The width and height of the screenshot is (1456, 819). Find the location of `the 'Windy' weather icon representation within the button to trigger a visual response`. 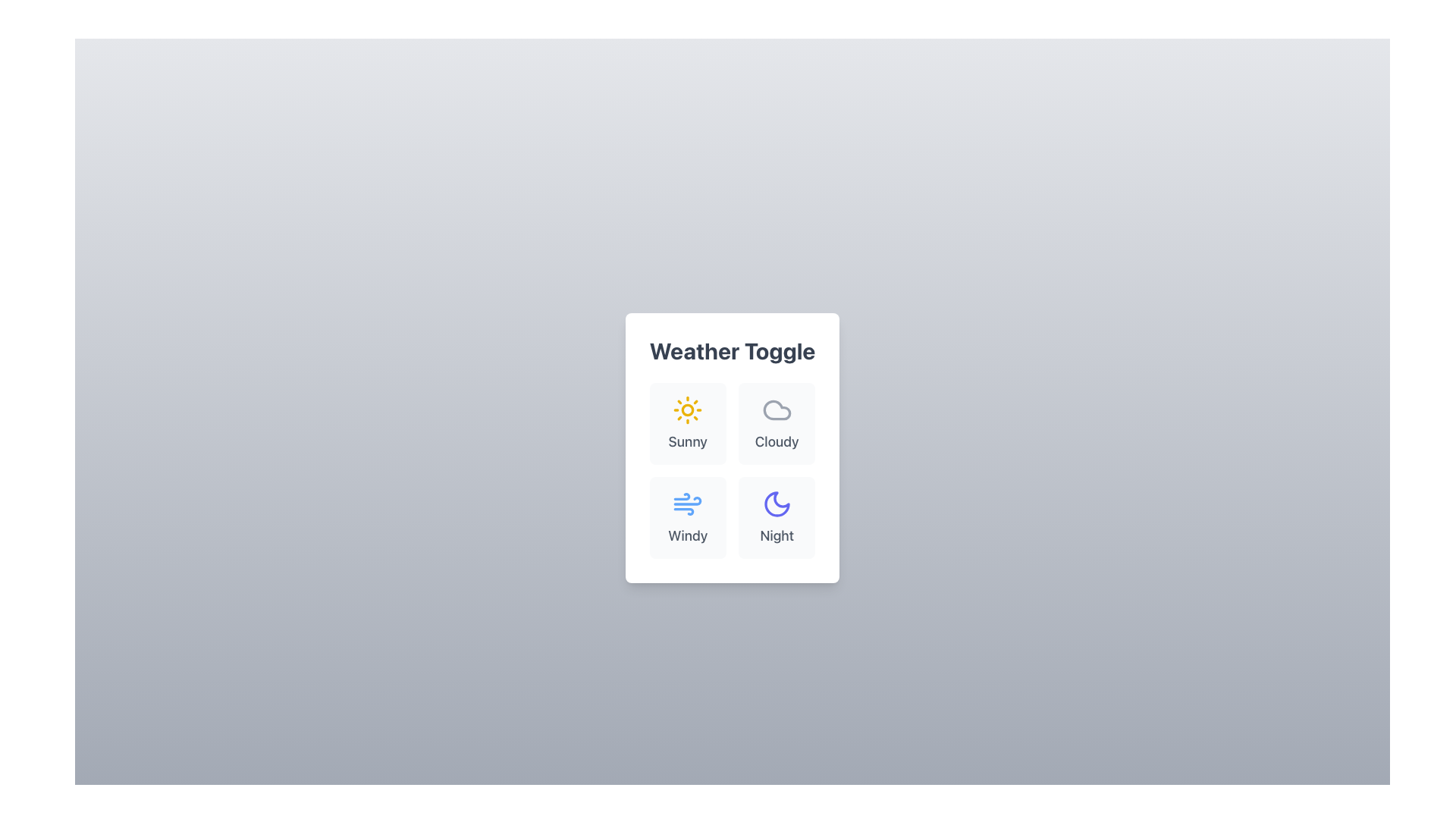

the 'Windy' weather icon representation within the button to trigger a visual response is located at coordinates (687, 504).